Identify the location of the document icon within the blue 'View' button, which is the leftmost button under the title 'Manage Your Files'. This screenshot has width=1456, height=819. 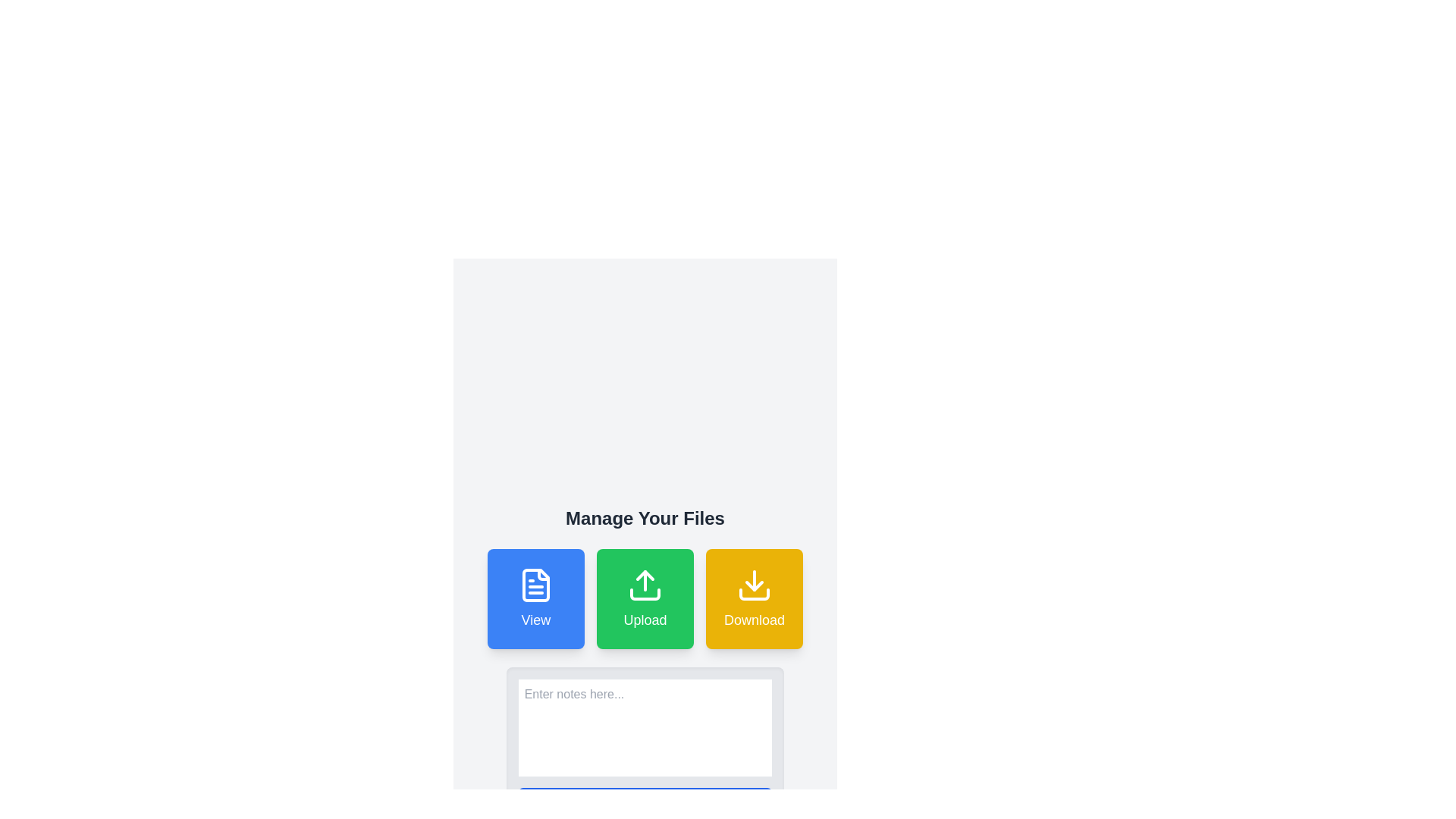
(535, 584).